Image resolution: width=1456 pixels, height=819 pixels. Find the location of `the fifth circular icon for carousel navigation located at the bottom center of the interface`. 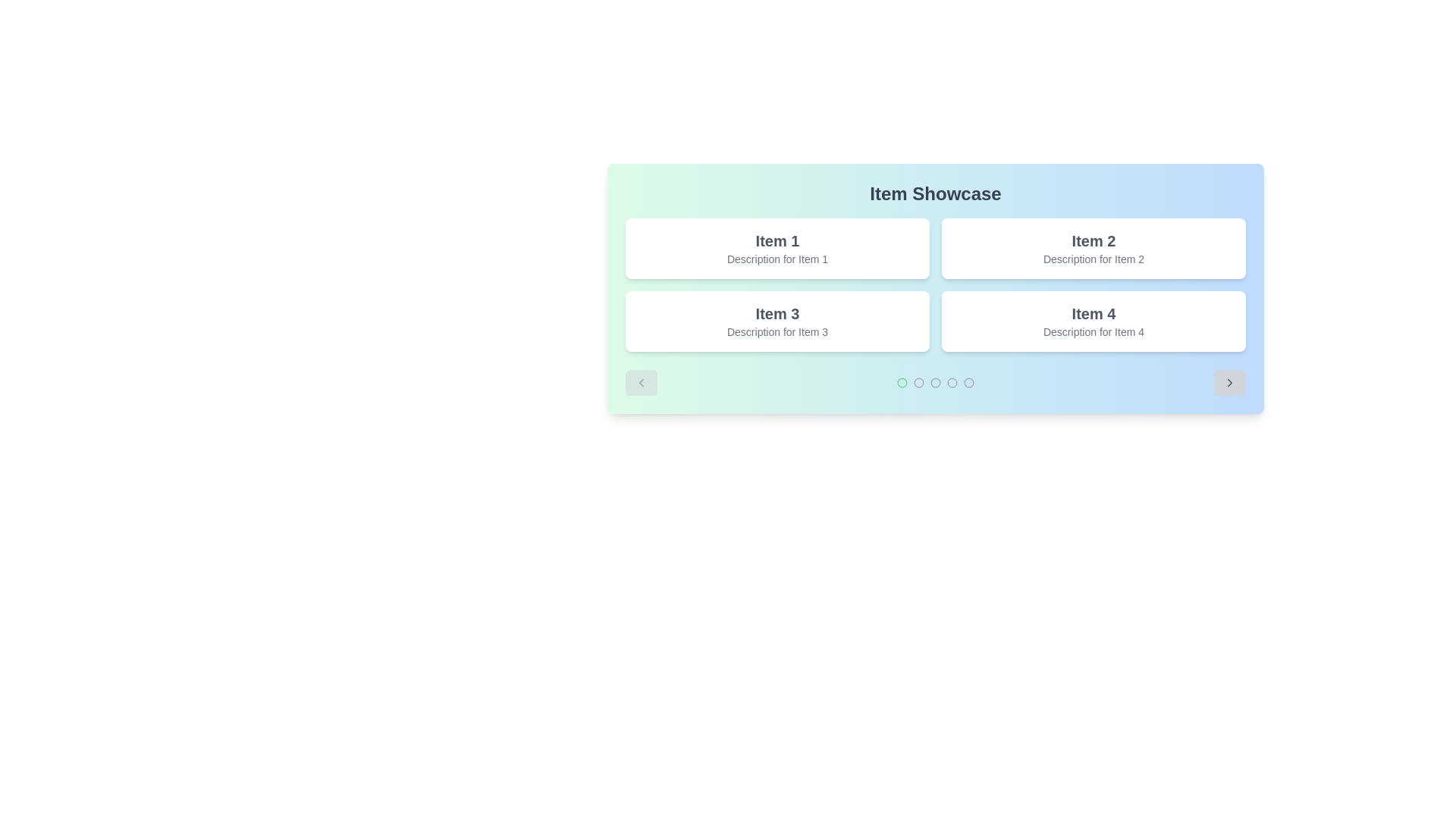

the fifth circular icon for carousel navigation located at the bottom center of the interface is located at coordinates (952, 382).